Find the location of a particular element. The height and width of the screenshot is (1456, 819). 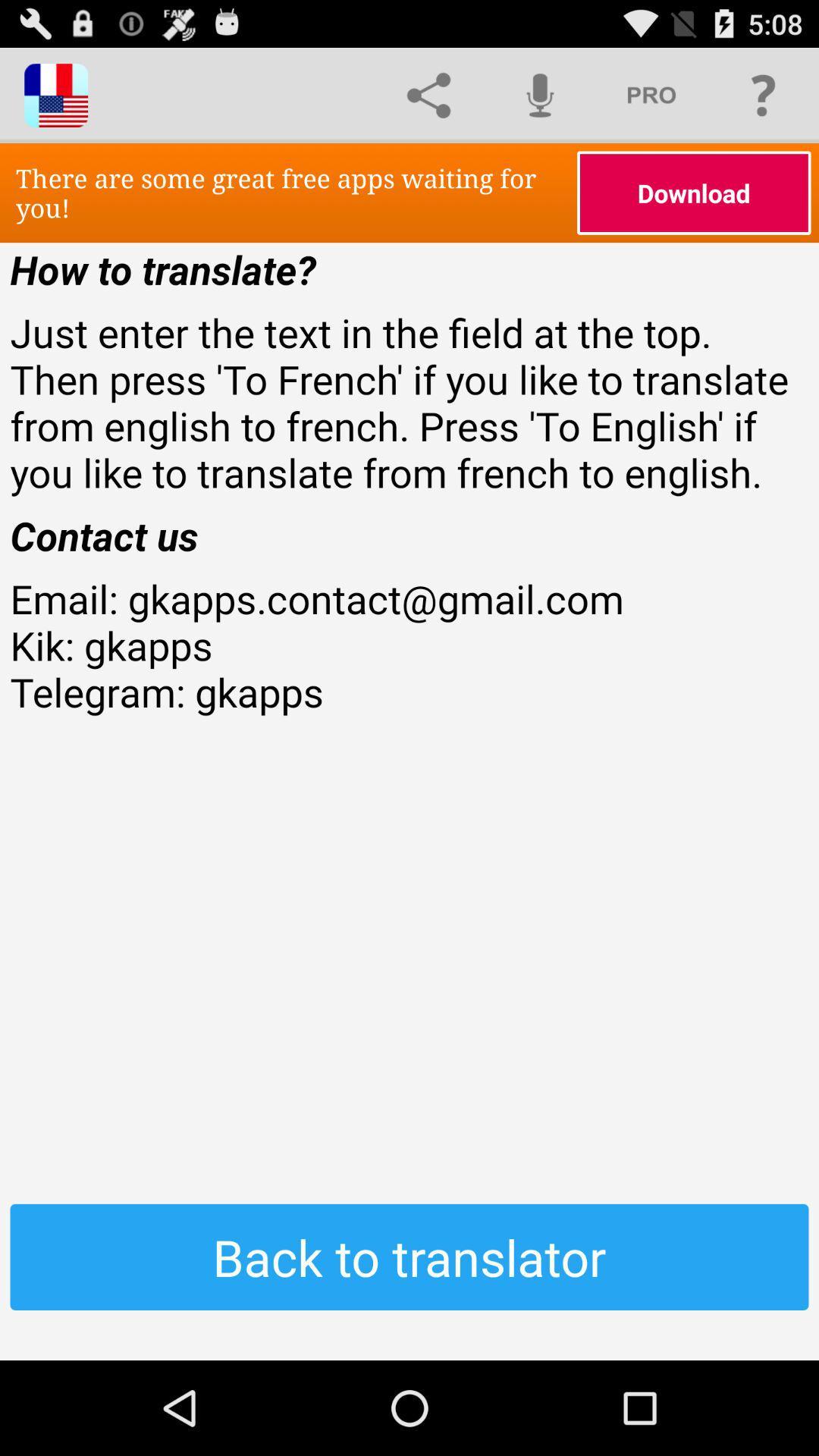

the email gkapps contact at the center is located at coordinates (409, 691).